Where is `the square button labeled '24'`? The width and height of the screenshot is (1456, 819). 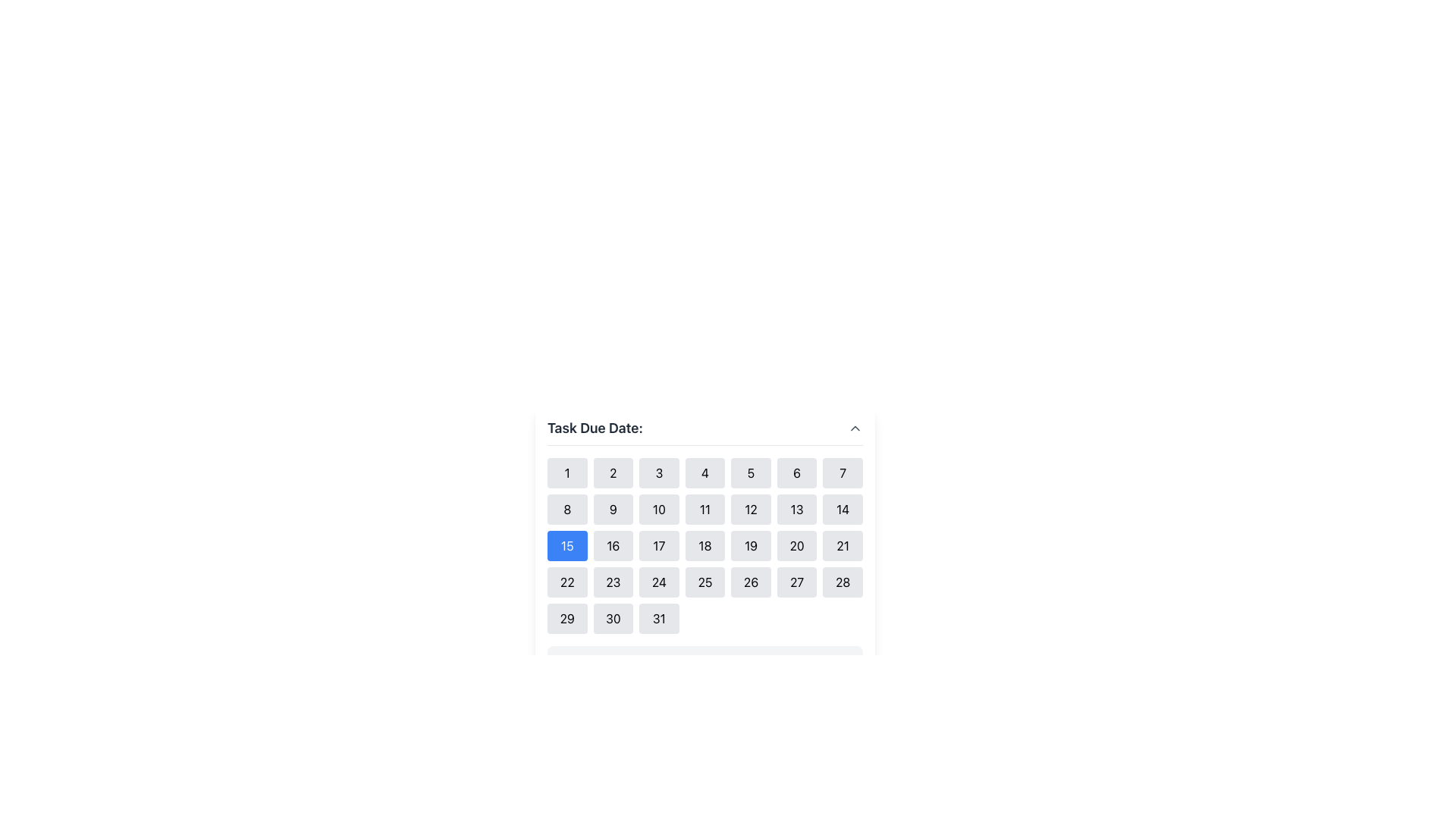 the square button labeled '24' is located at coordinates (659, 581).